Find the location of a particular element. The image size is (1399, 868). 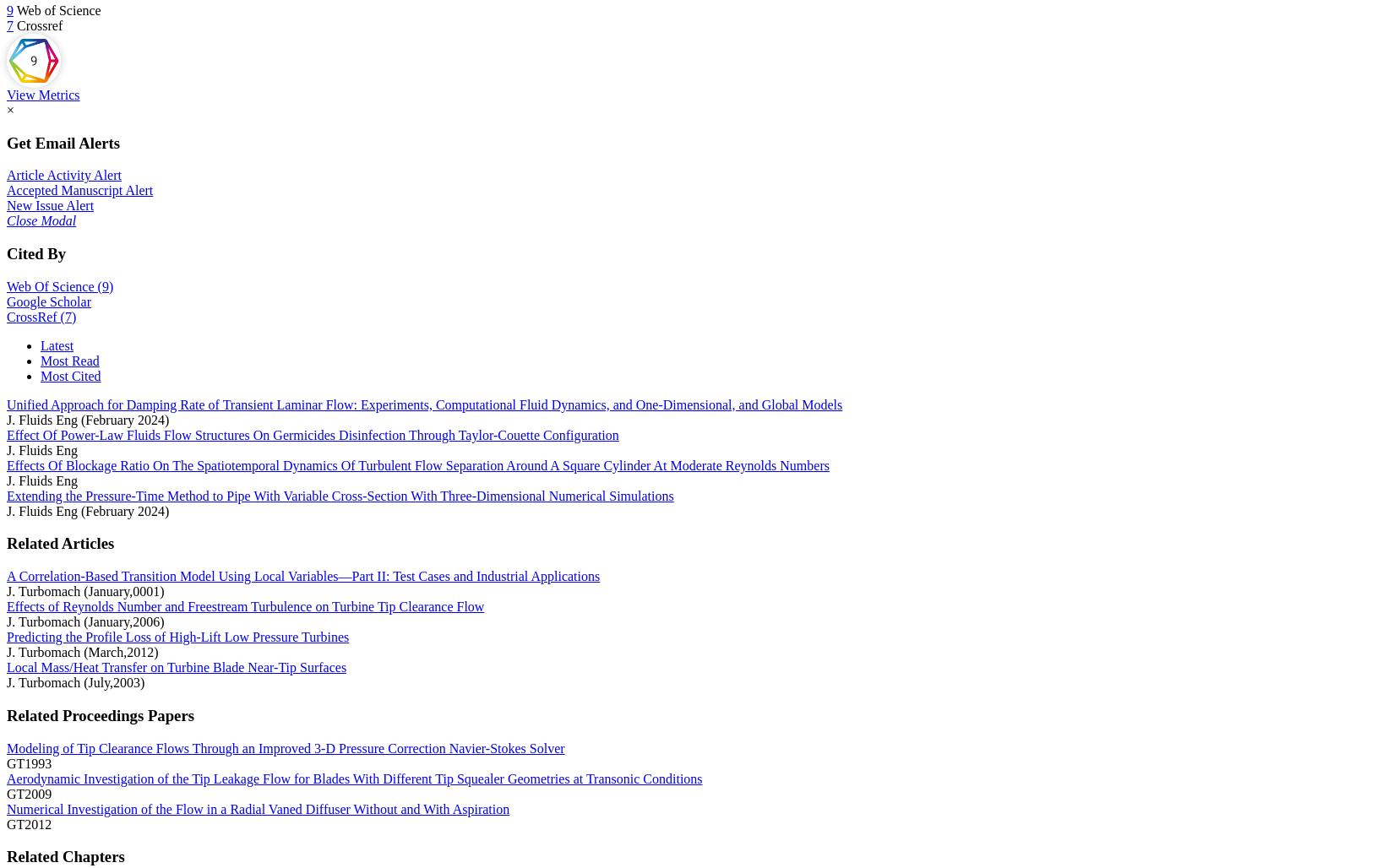

'Related Proceedings Papers' is located at coordinates (99, 713).